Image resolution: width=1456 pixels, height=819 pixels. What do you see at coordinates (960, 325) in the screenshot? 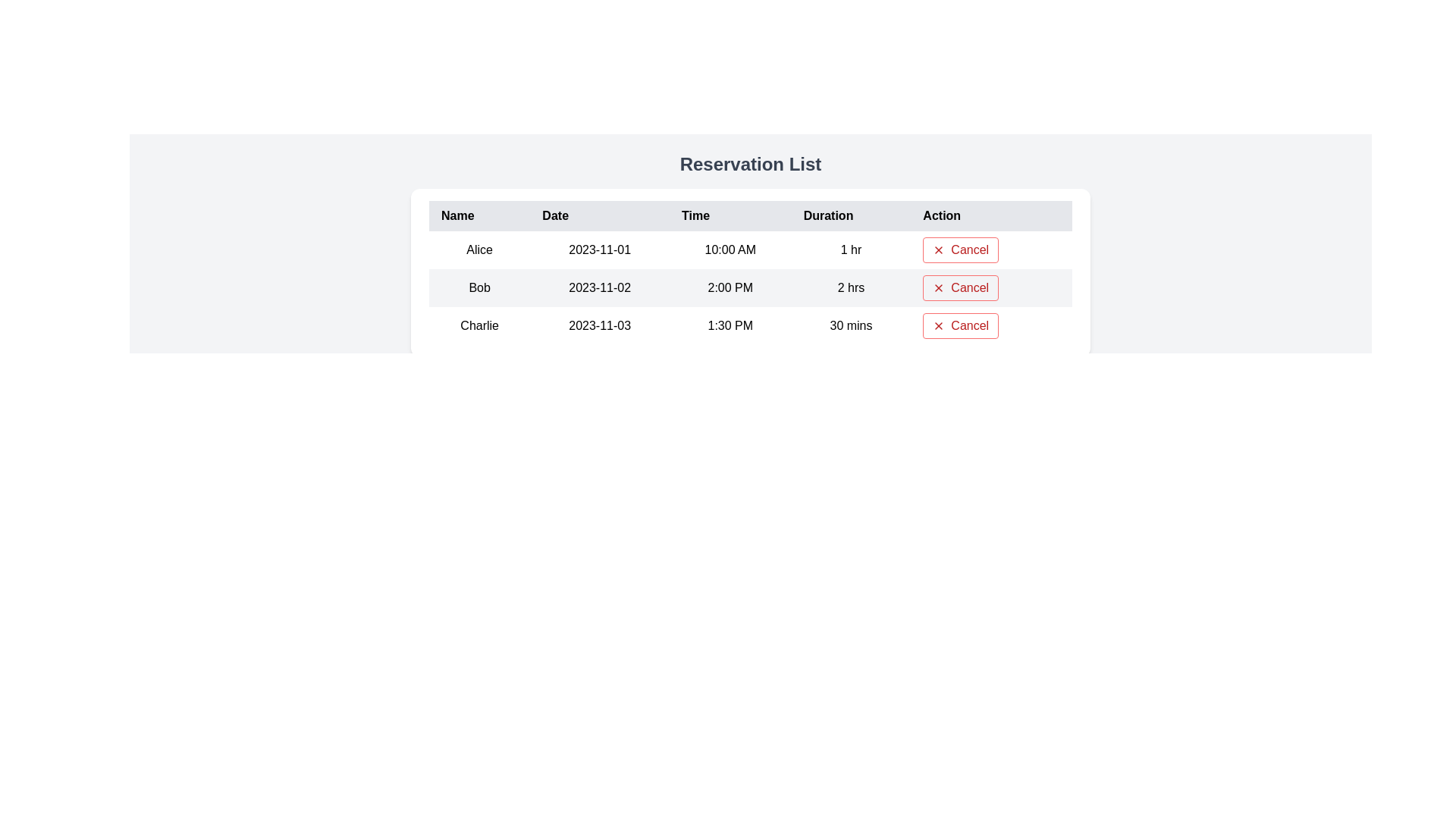
I see `the third button labeled 'Cancel' in the 'Action' column of the tabular interface adjacent to '30 mins' for 'Charlie'` at bounding box center [960, 325].